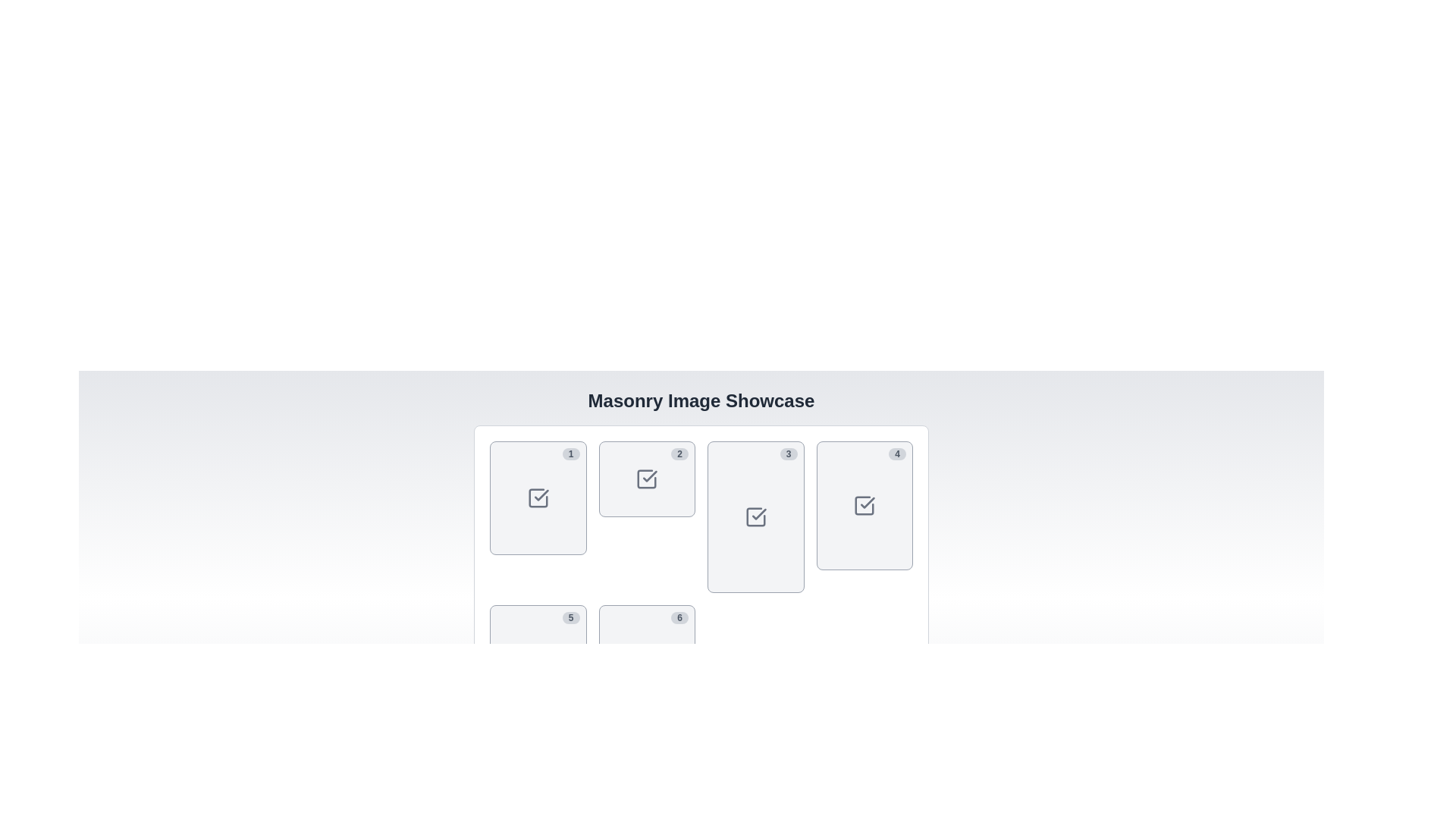 The height and width of the screenshot is (819, 1456). What do you see at coordinates (789, 453) in the screenshot?
I see `the small badge with a rounded rectangular shape displaying the number '3' in dark gray text, located in the top-right corner of a card-like component` at bounding box center [789, 453].